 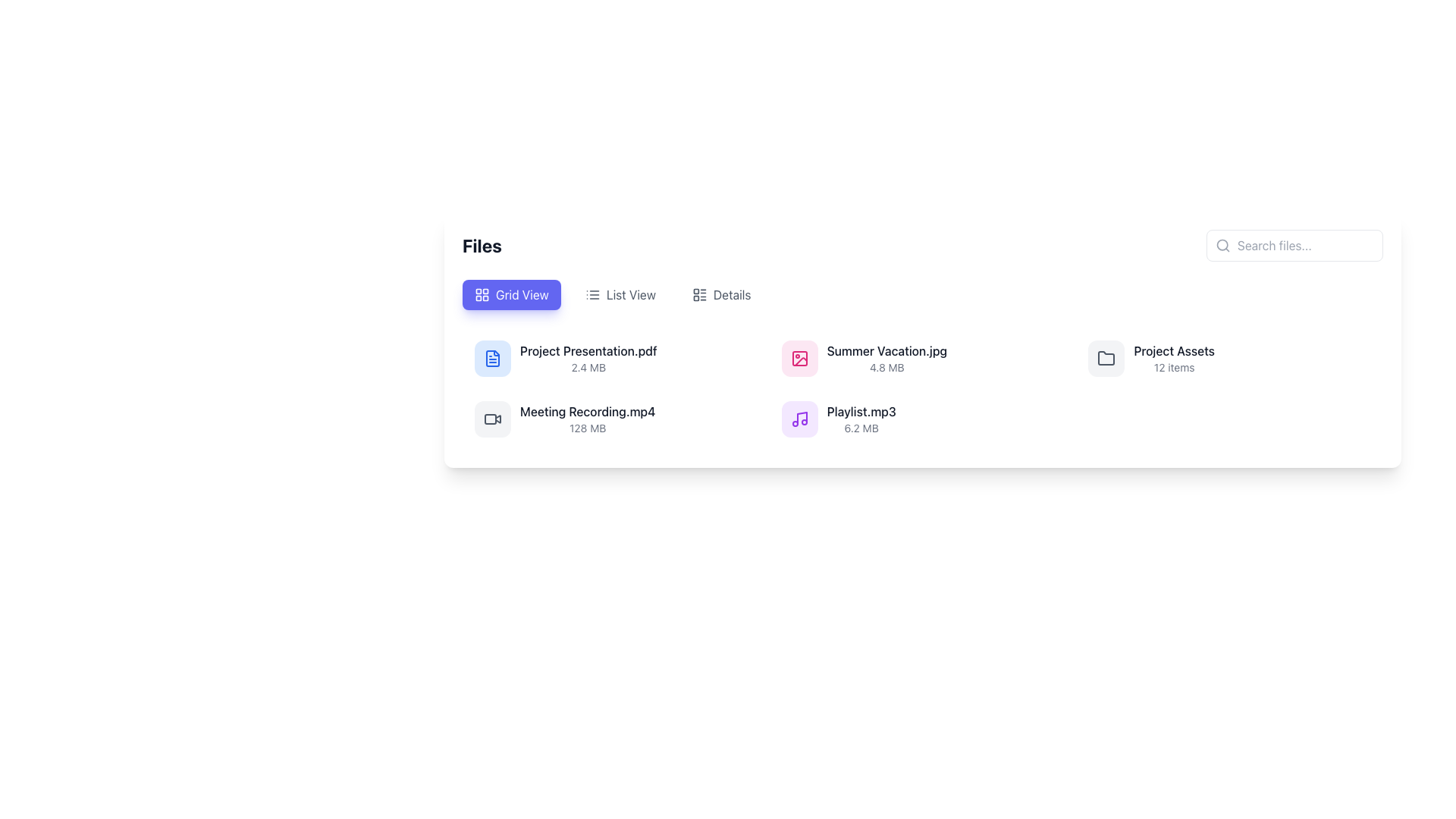 I want to click on the file icon that resembles a document, specifically aligned with the 'Project Presentation.pdf' entry in the file listing panel, so click(x=492, y=359).